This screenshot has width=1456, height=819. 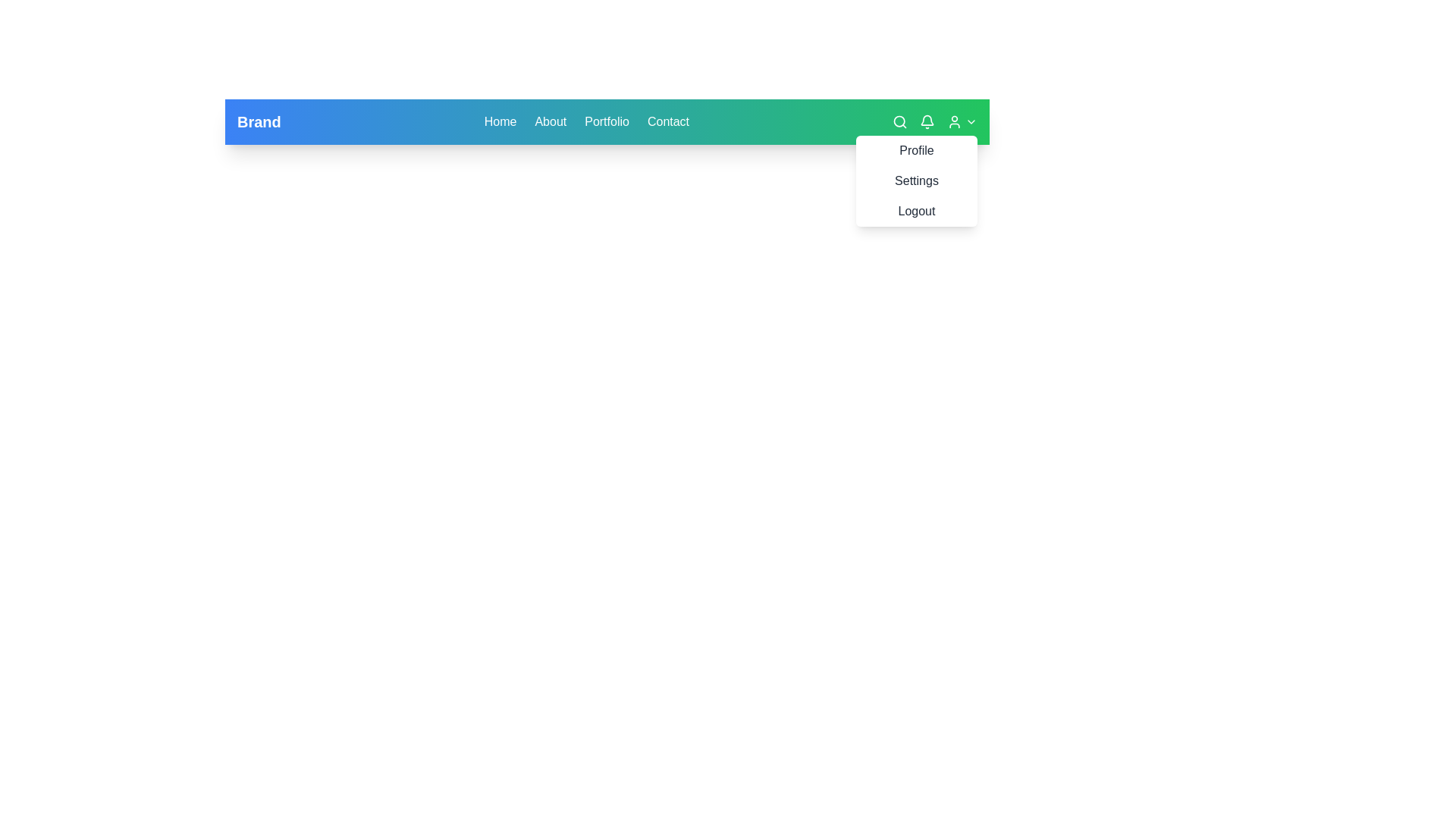 What do you see at coordinates (927, 119) in the screenshot?
I see `the bell icon located in the top-right corner of the navigation bar` at bounding box center [927, 119].